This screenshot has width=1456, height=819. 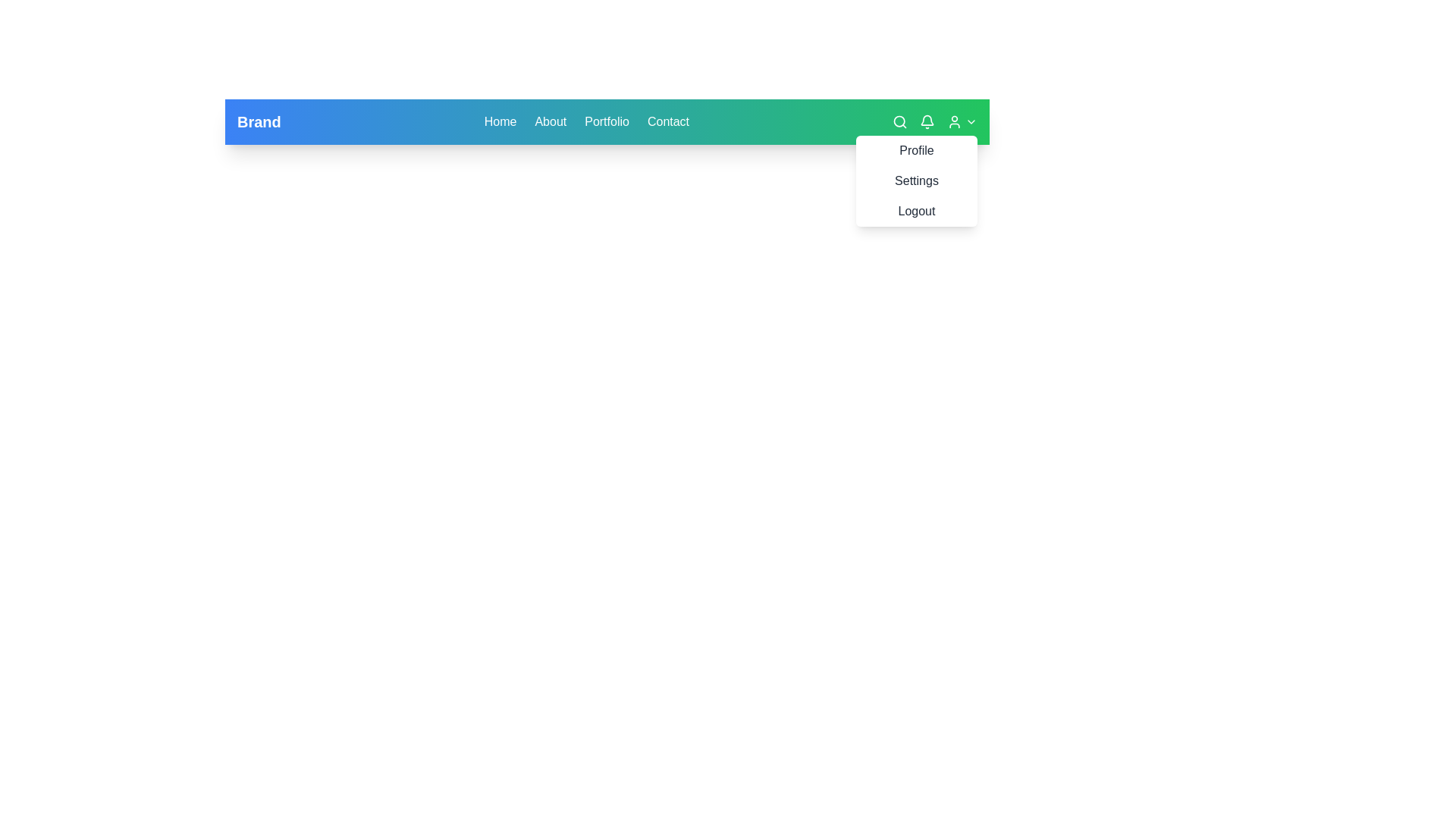 What do you see at coordinates (927, 119) in the screenshot?
I see `the bell icon located in the top-right corner of the navigation bar` at bounding box center [927, 119].